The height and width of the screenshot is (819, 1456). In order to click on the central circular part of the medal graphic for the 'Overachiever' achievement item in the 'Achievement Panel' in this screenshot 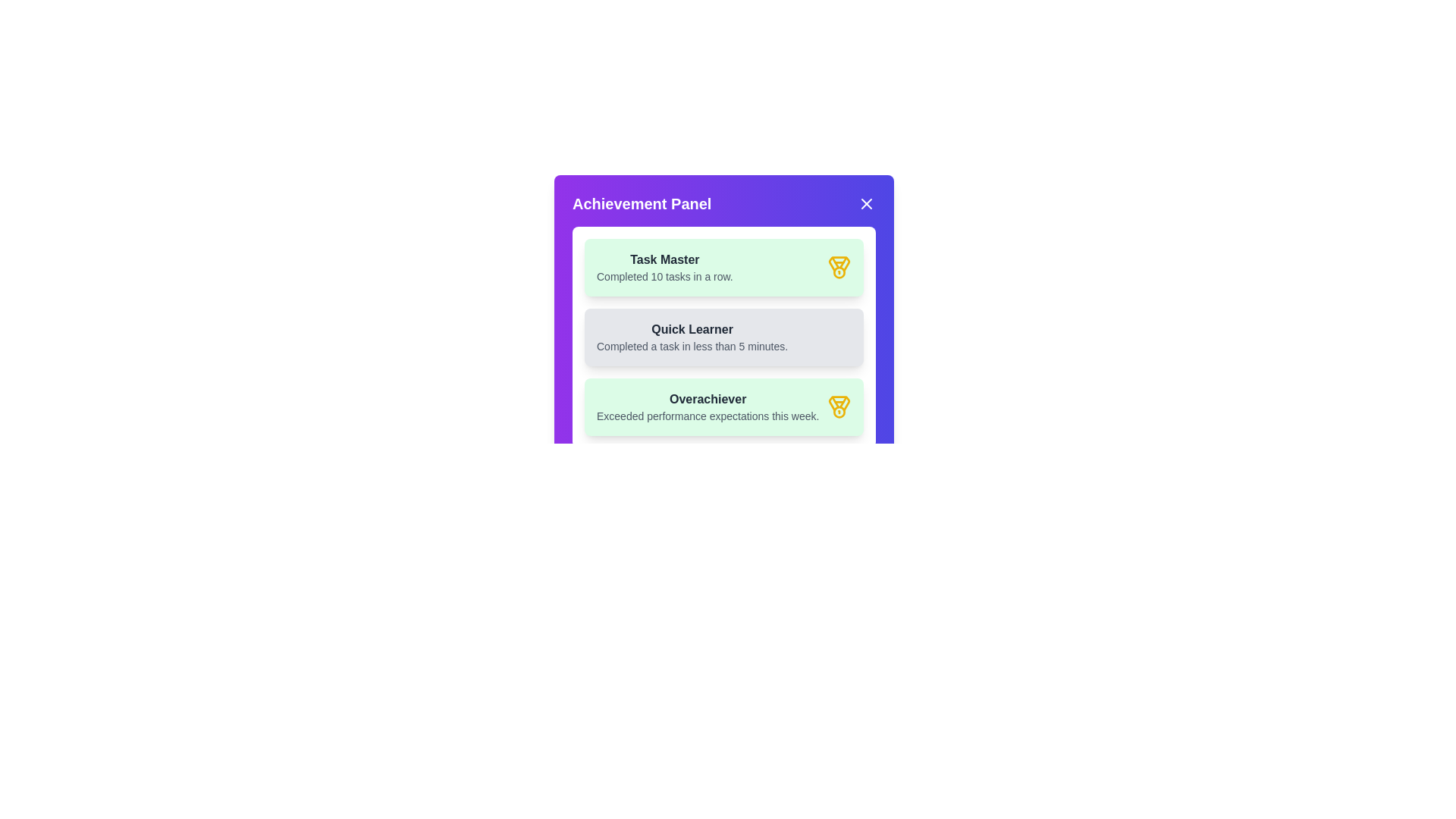, I will do `click(839, 412)`.